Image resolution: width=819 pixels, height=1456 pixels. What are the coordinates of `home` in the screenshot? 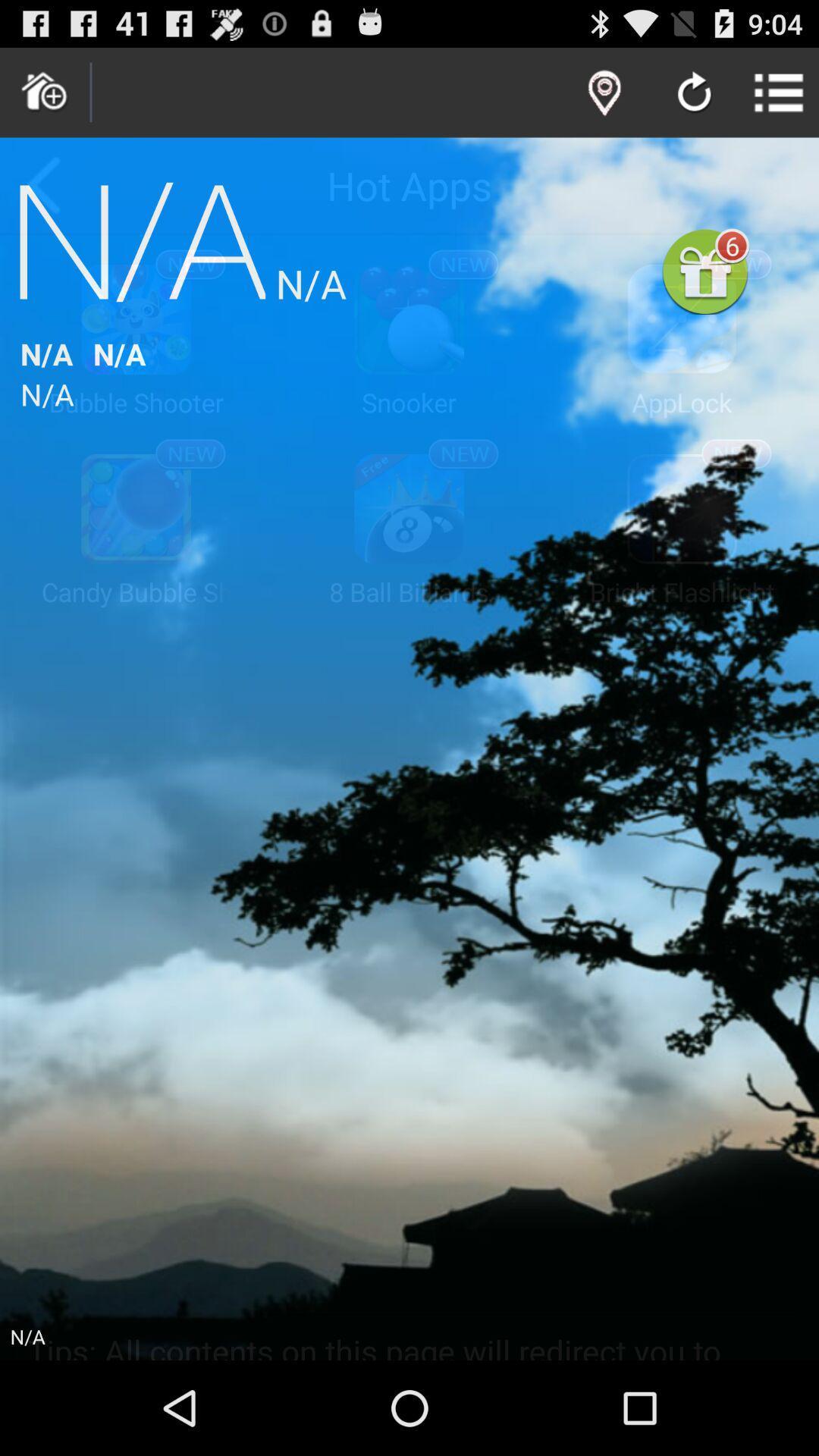 It's located at (44, 92).